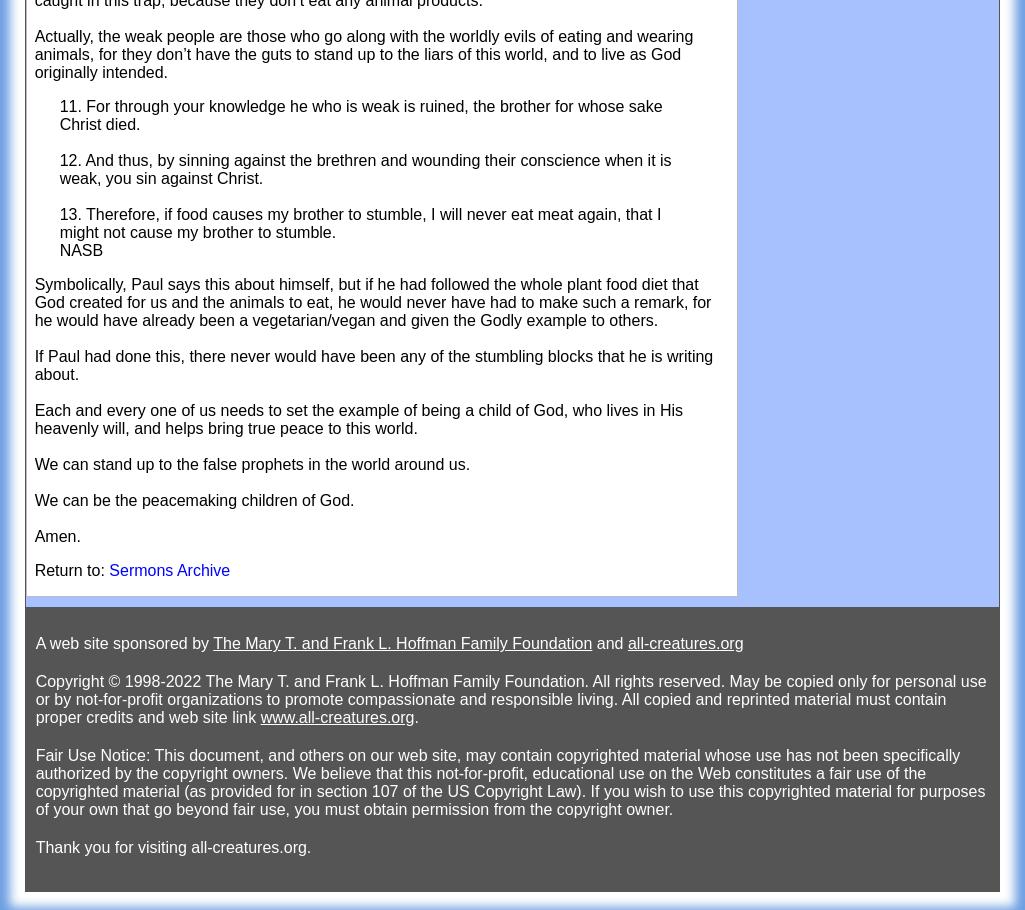 The height and width of the screenshot is (910, 1025). What do you see at coordinates (371, 302) in the screenshot?
I see `'Symbolically, Paul says this about himself, but if he had followed the whole 
	plant food diet that God created for us and the animals to eat, he would 
	never have had to make such a remark, for he would have already been a 
	vegetarian/vegan and given the Godly example to others.'` at bounding box center [371, 302].